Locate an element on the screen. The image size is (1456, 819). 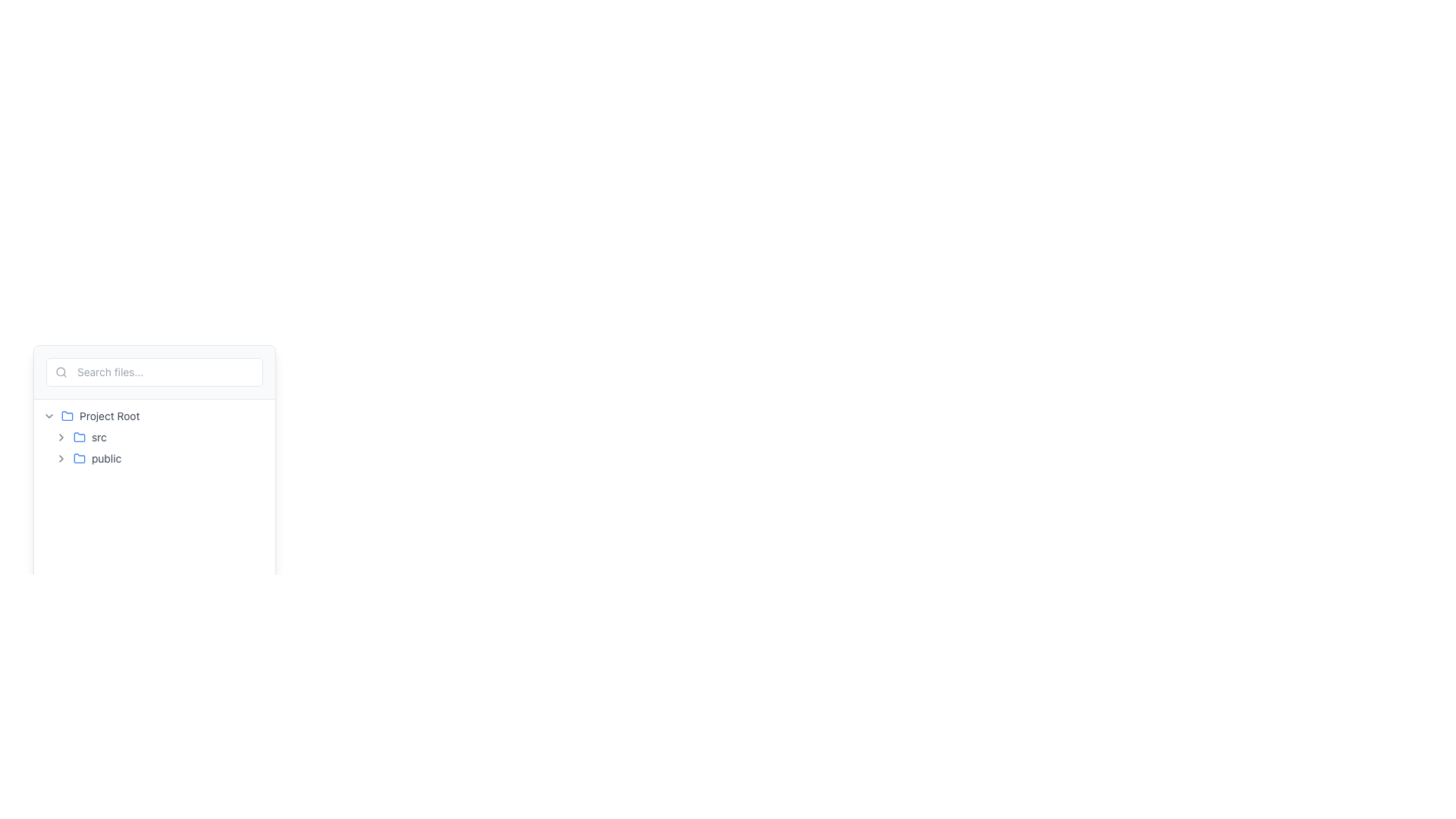
the 'Project Root' folder icon in the file navigation panel is located at coordinates (67, 415).